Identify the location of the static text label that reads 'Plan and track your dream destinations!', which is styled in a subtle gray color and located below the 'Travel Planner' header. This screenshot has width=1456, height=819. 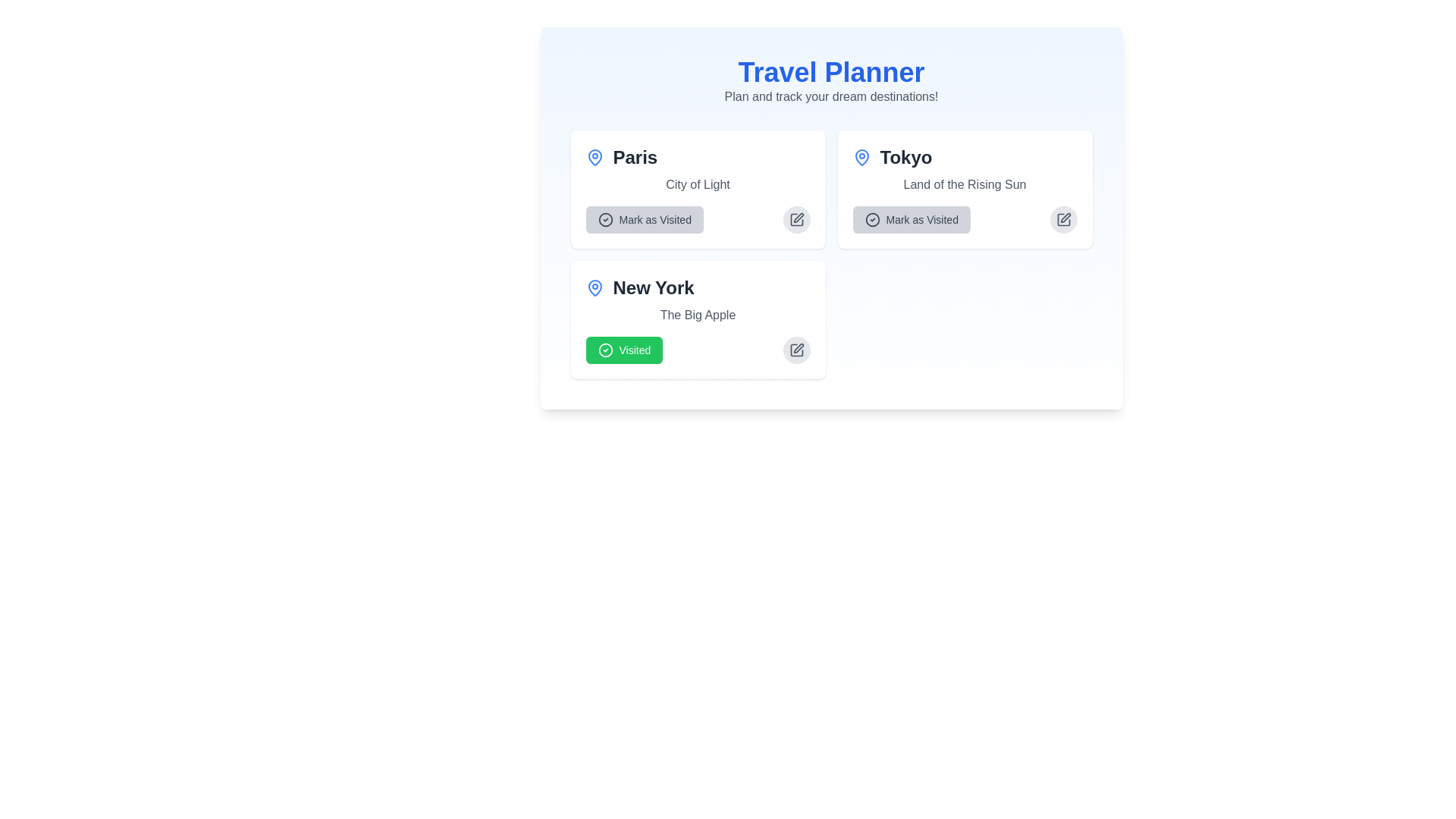
(830, 96).